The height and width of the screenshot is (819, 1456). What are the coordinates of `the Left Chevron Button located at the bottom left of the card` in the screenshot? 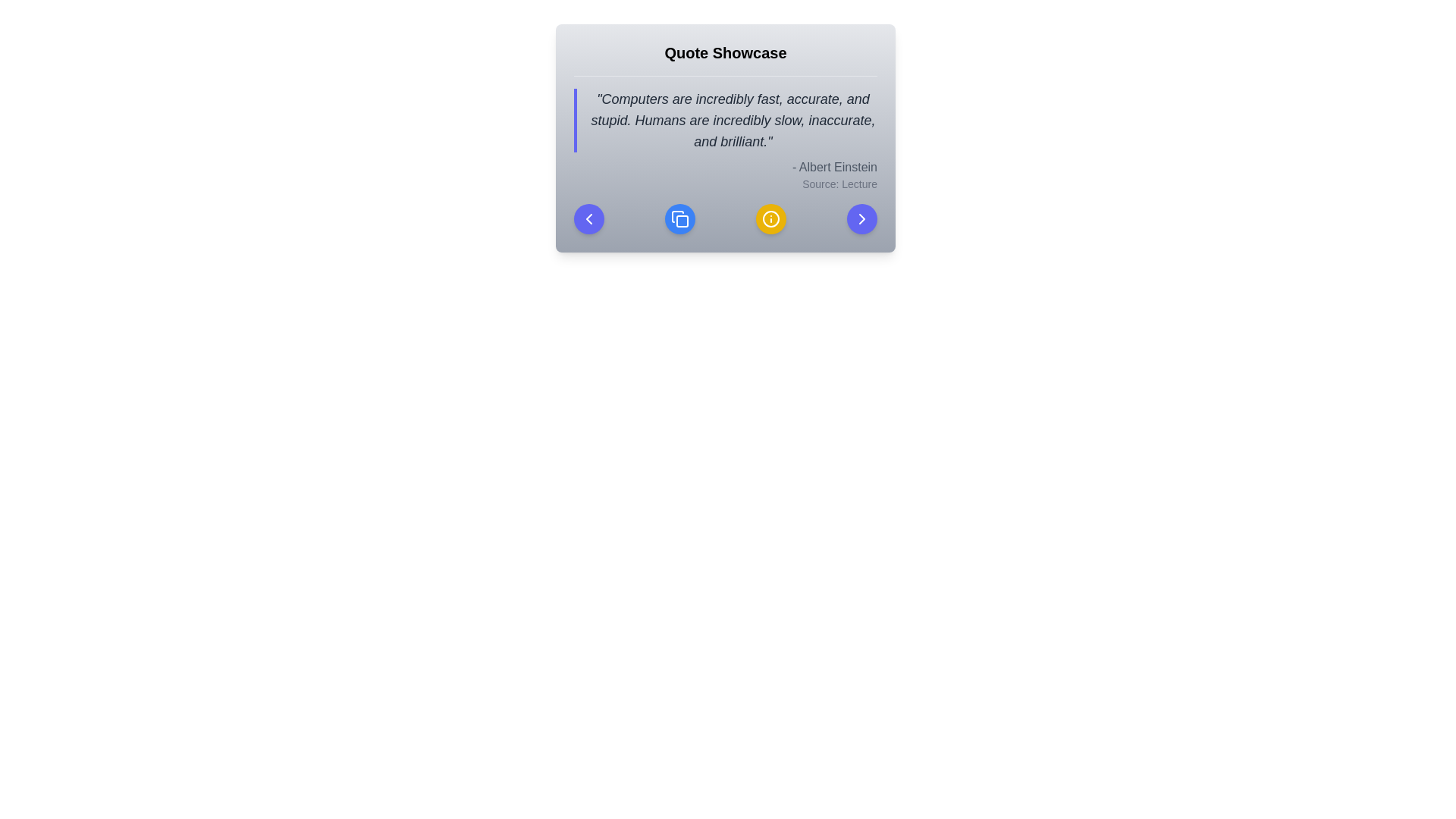 It's located at (588, 219).